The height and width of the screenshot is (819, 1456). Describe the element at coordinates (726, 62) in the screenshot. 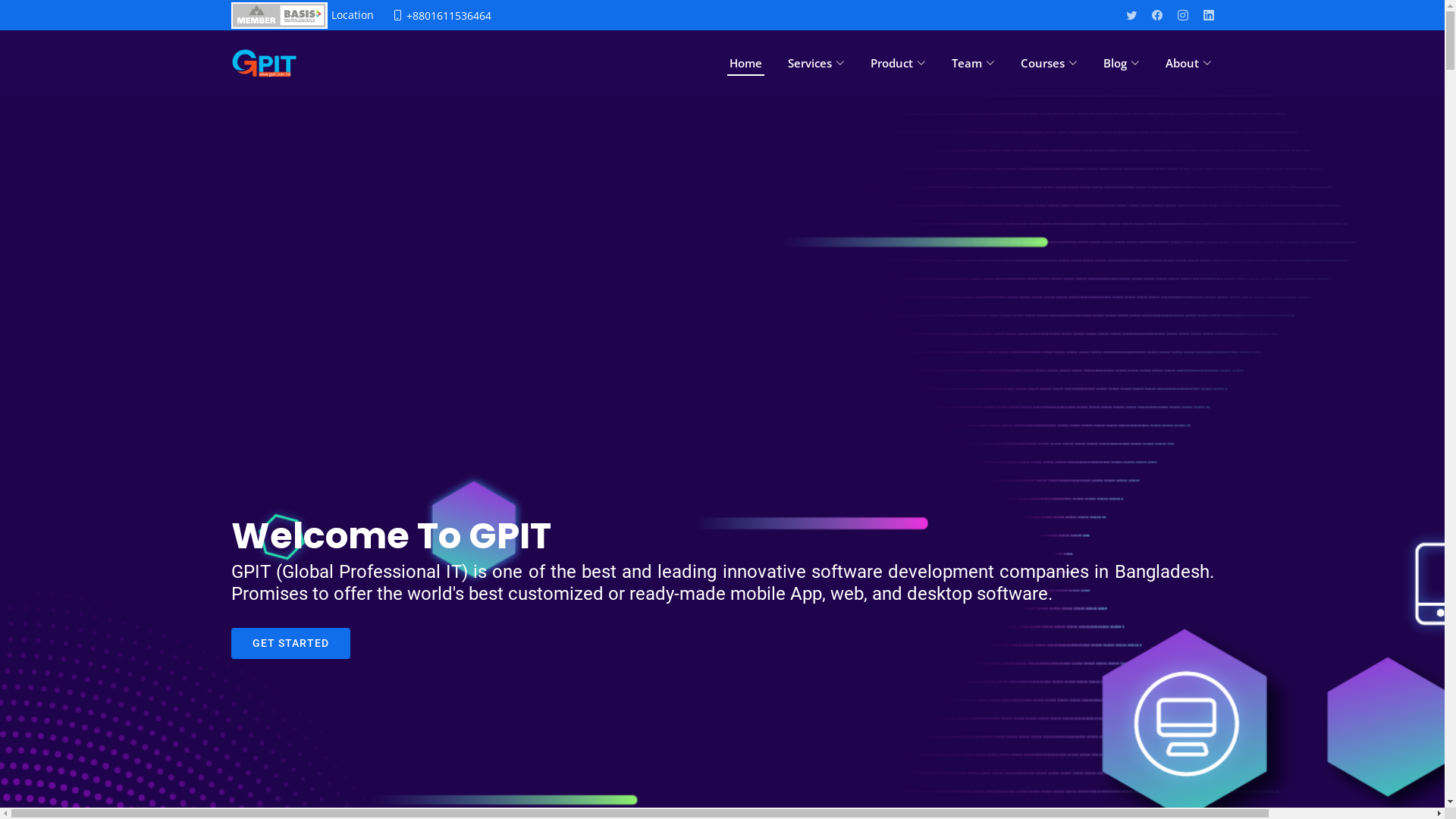

I see `'Home'` at that location.